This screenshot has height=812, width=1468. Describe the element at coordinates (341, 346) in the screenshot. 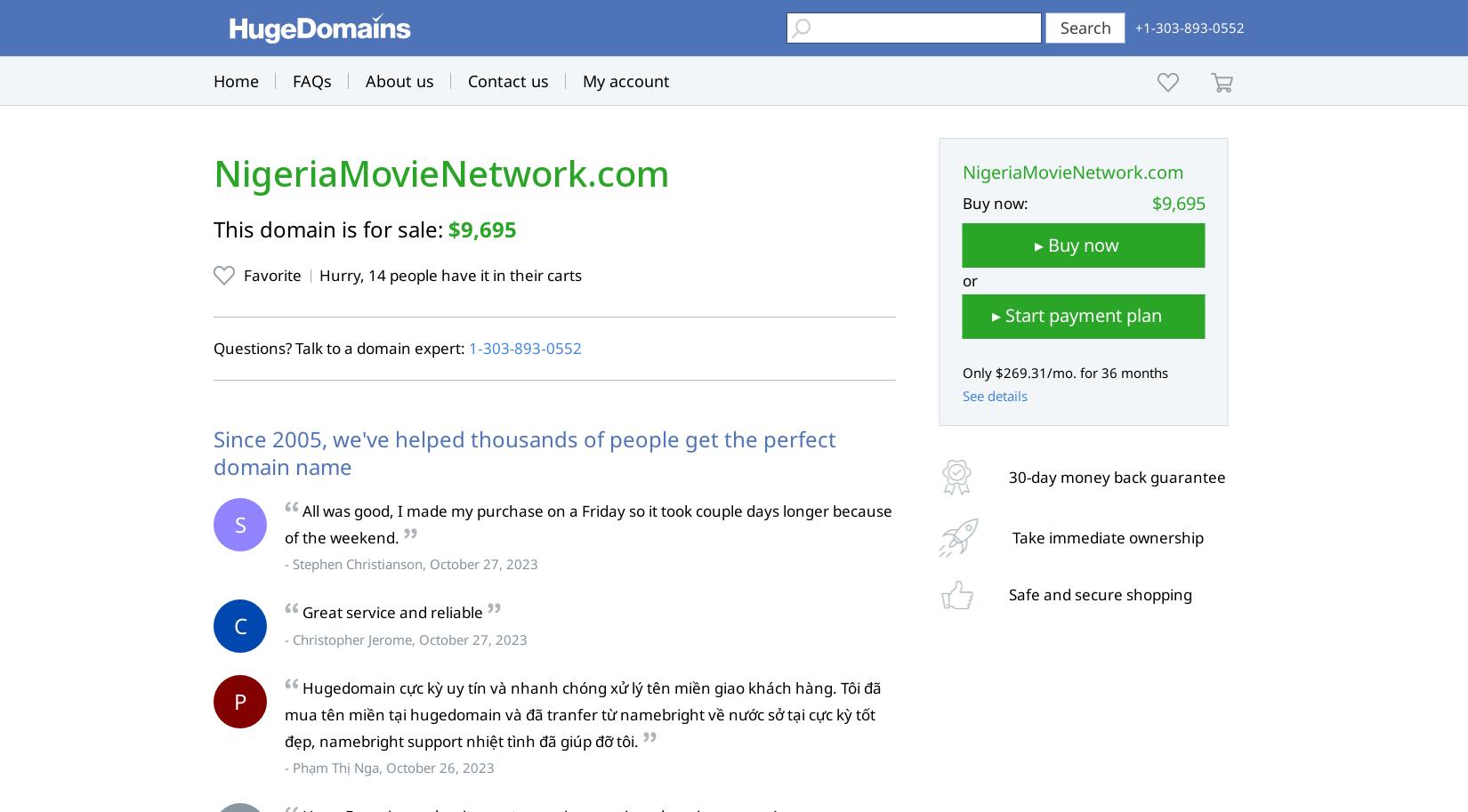

I see `'Questions? Talk to a domain expert:'` at that location.